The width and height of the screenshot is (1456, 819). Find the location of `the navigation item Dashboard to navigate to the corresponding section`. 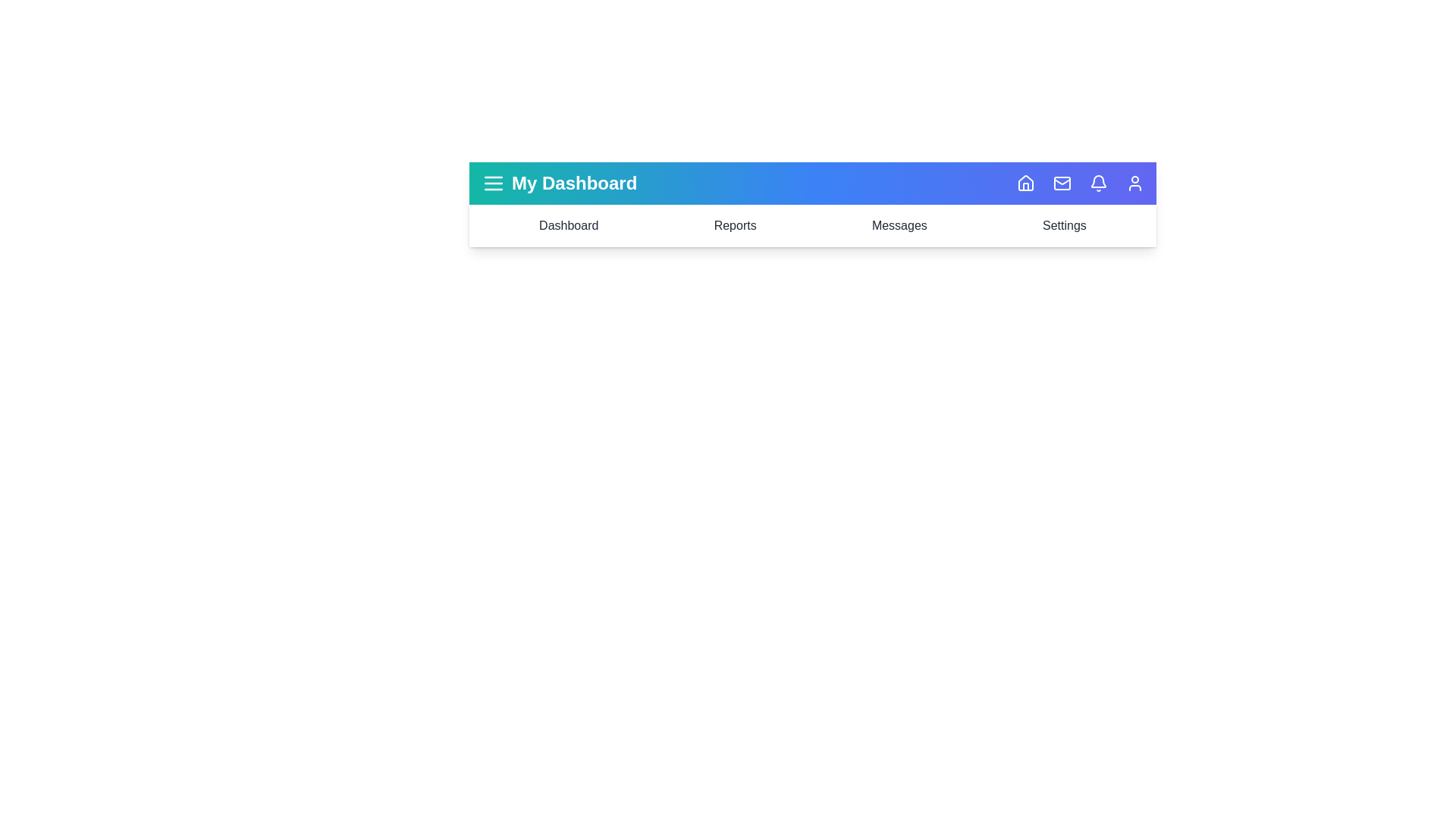

the navigation item Dashboard to navigate to the corresponding section is located at coordinates (568, 225).